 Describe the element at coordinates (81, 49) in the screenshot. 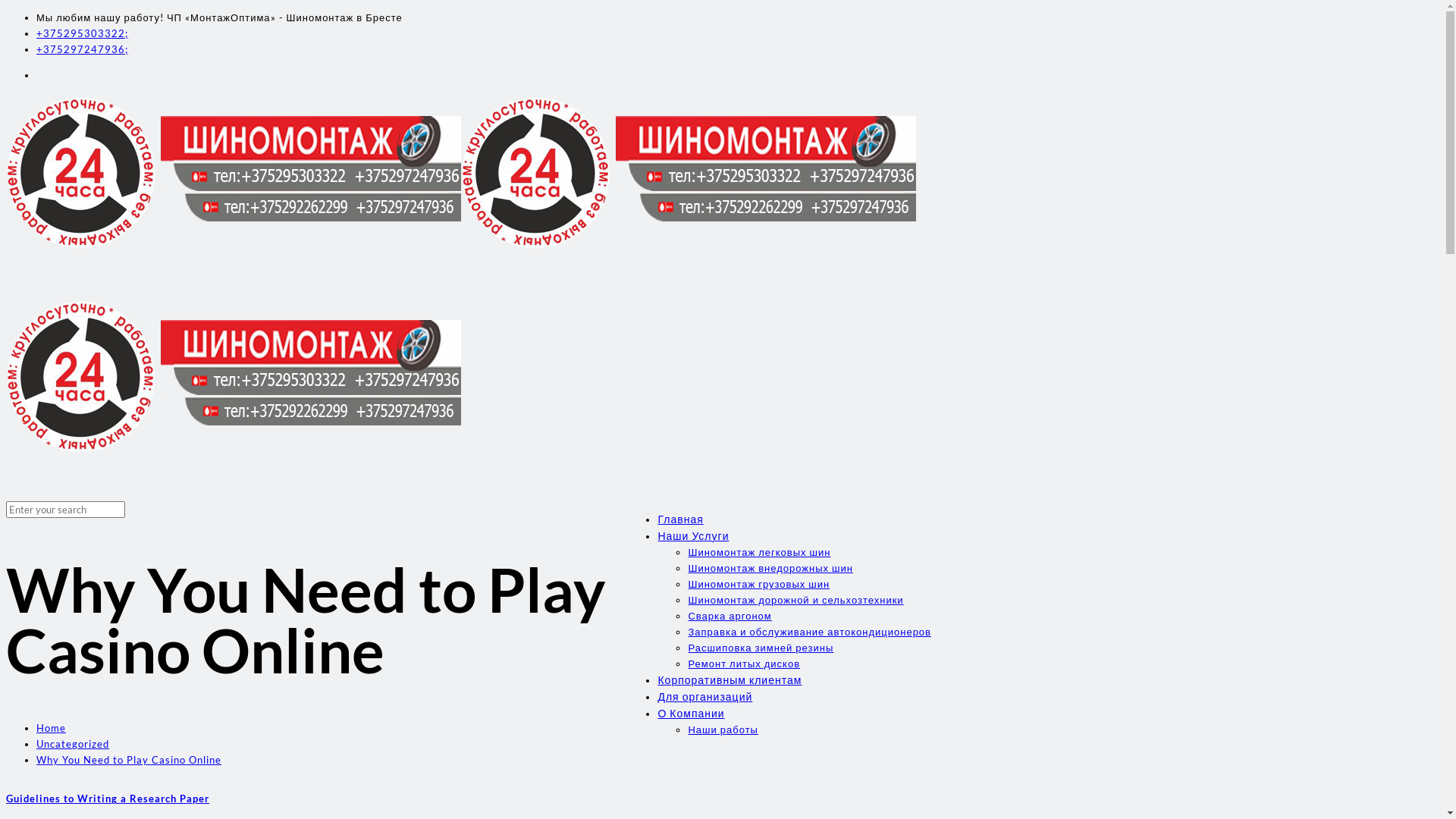

I see `'+375297247936;'` at that location.